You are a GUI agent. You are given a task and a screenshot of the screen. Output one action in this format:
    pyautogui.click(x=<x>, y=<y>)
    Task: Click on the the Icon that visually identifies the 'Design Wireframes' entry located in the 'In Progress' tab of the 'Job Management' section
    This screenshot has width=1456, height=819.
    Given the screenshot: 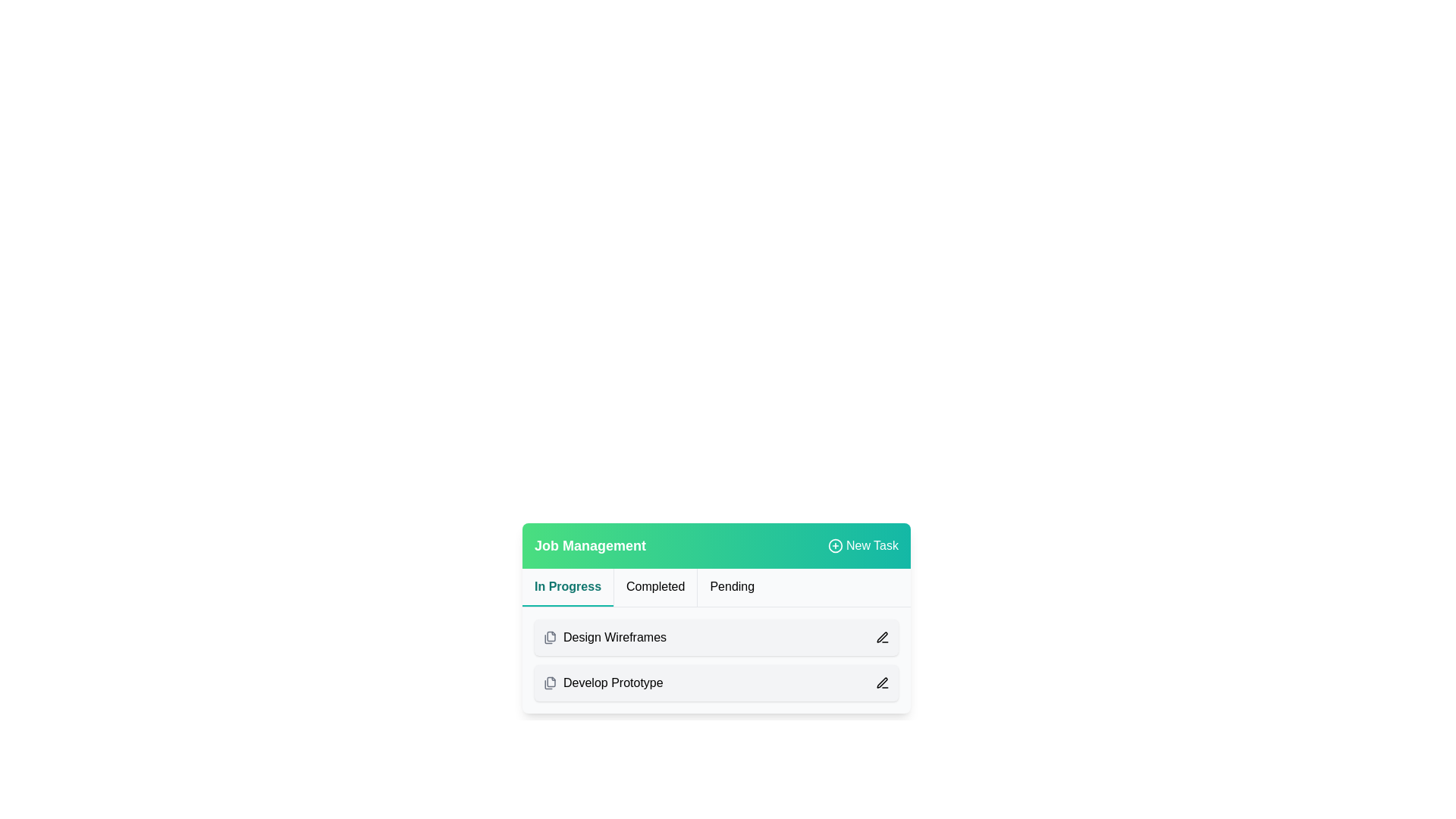 What is the action you would take?
    pyautogui.click(x=549, y=637)
    